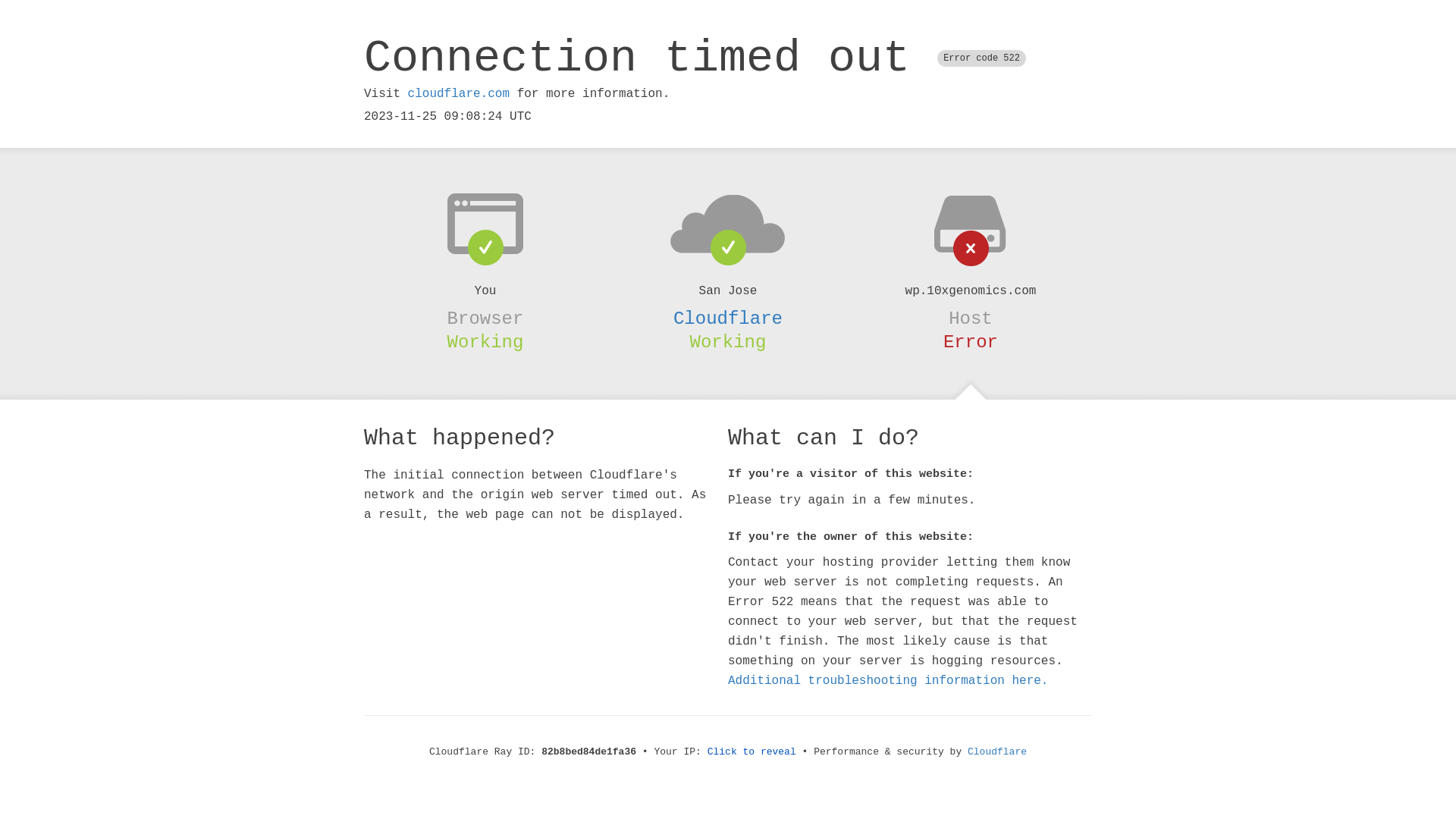  Describe the element at coordinates (457, 93) in the screenshot. I see `'cloudflare.com'` at that location.